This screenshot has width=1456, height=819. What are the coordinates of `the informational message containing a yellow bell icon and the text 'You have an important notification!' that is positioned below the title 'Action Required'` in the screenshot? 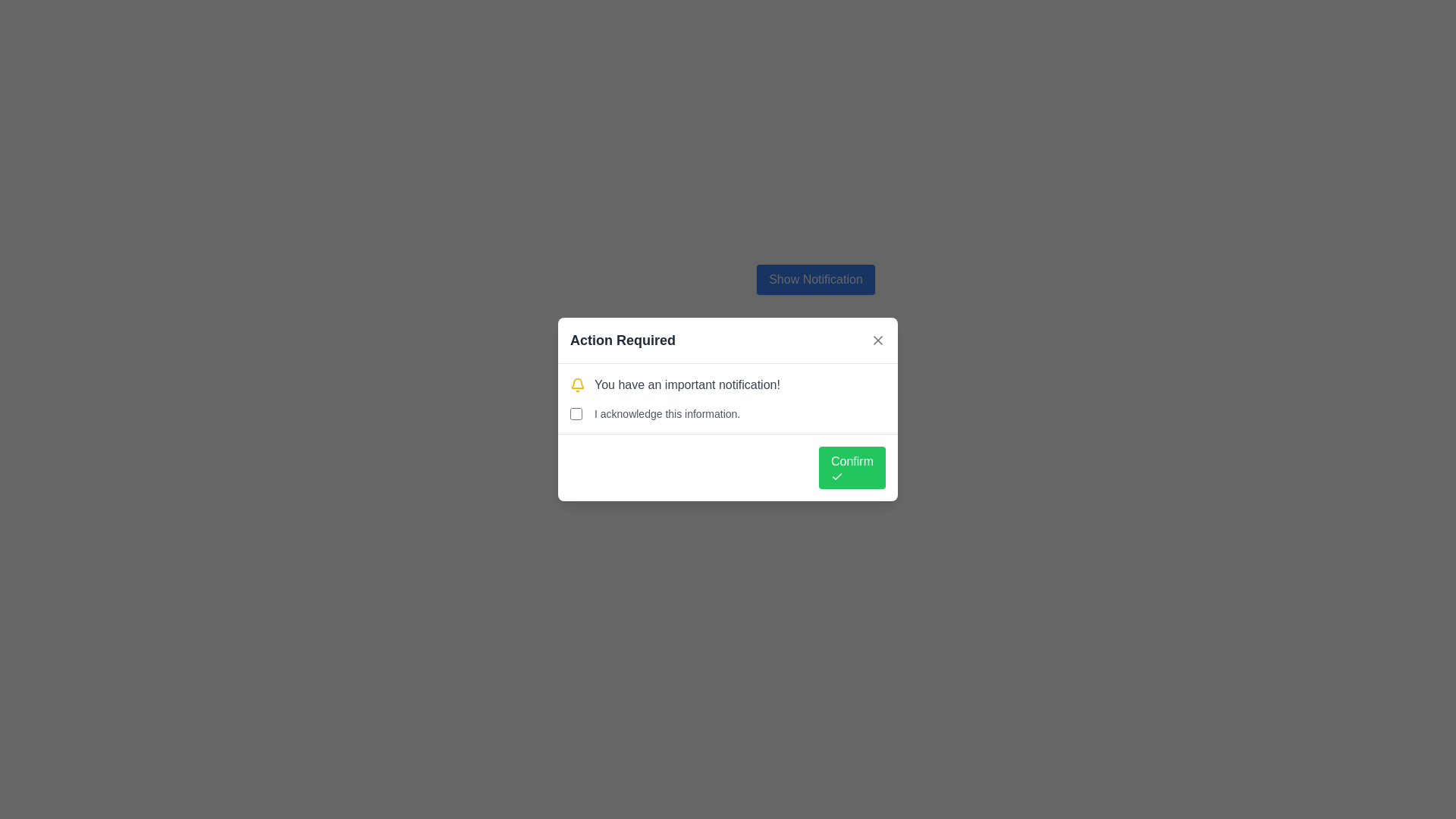 It's located at (728, 384).